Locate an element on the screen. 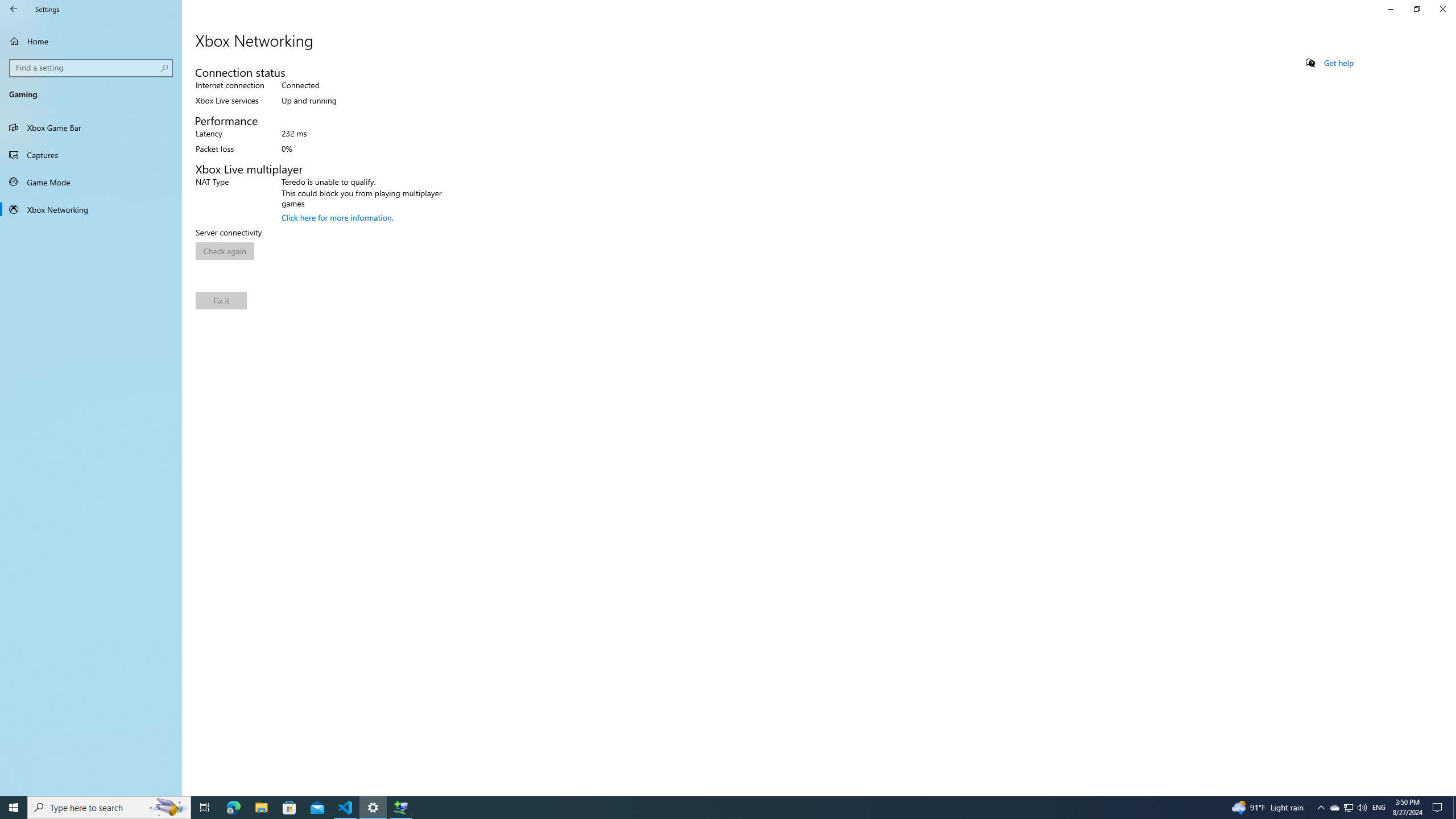  'Home' is located at coordinates (90, 41).